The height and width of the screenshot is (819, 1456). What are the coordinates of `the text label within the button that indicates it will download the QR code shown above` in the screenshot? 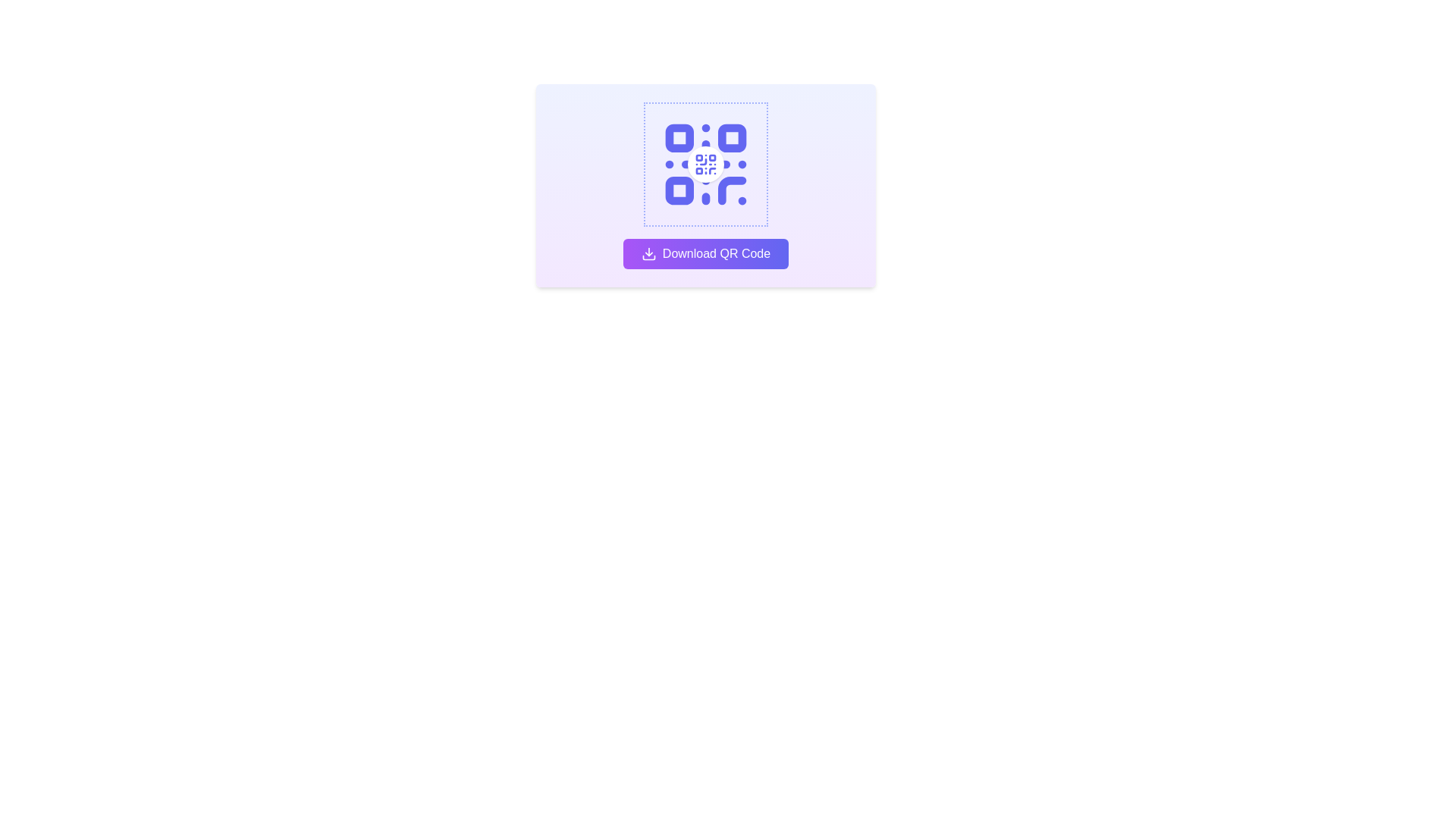 It's located at (716, 253).